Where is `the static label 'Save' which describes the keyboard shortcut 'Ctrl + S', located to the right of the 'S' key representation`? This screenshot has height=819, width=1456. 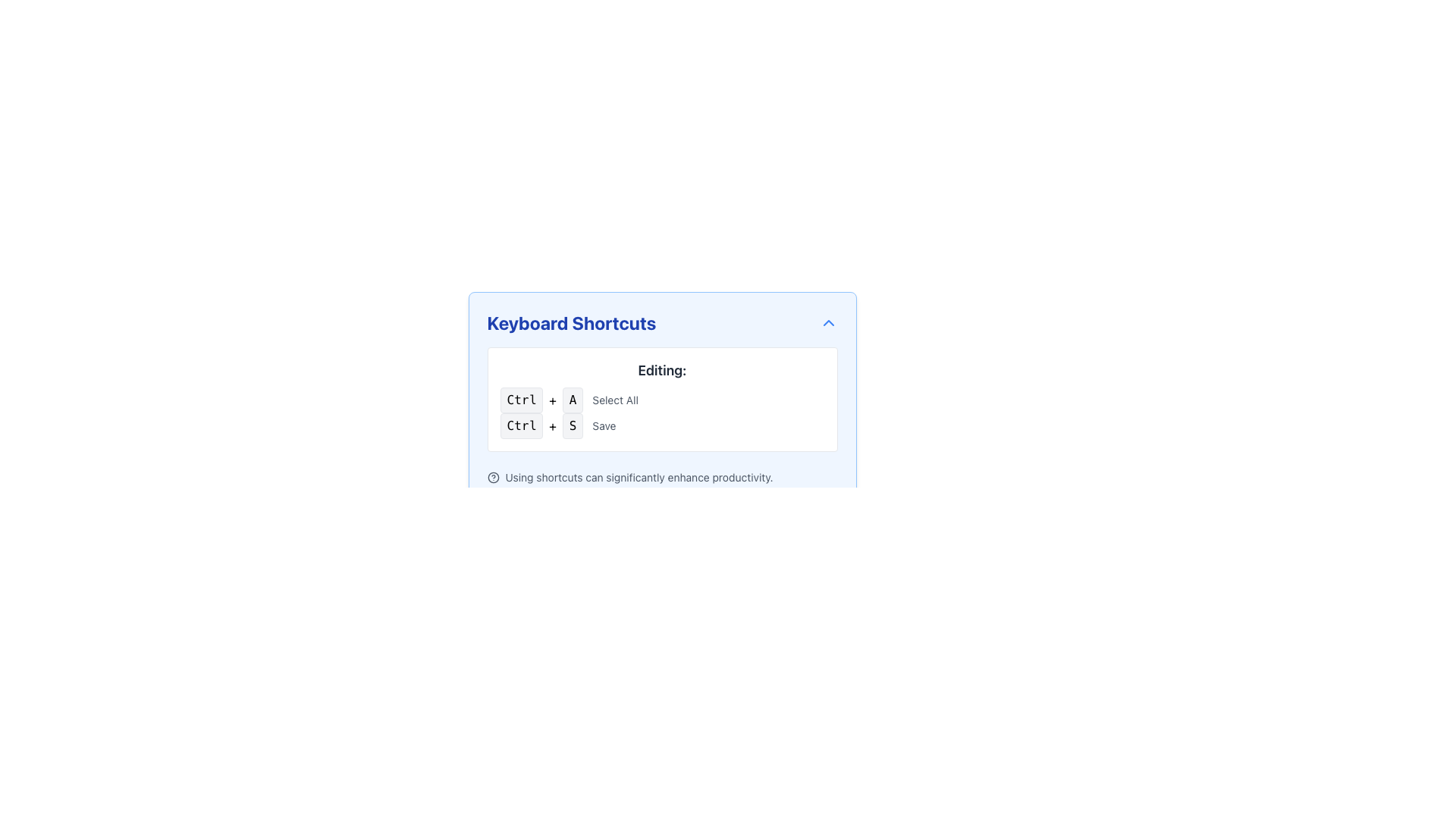
the static label 'Save' which describes the keyboard shortcut 'Ctrl + S', located to the right of the 'S' key representation is located at coordinates (603, 426).